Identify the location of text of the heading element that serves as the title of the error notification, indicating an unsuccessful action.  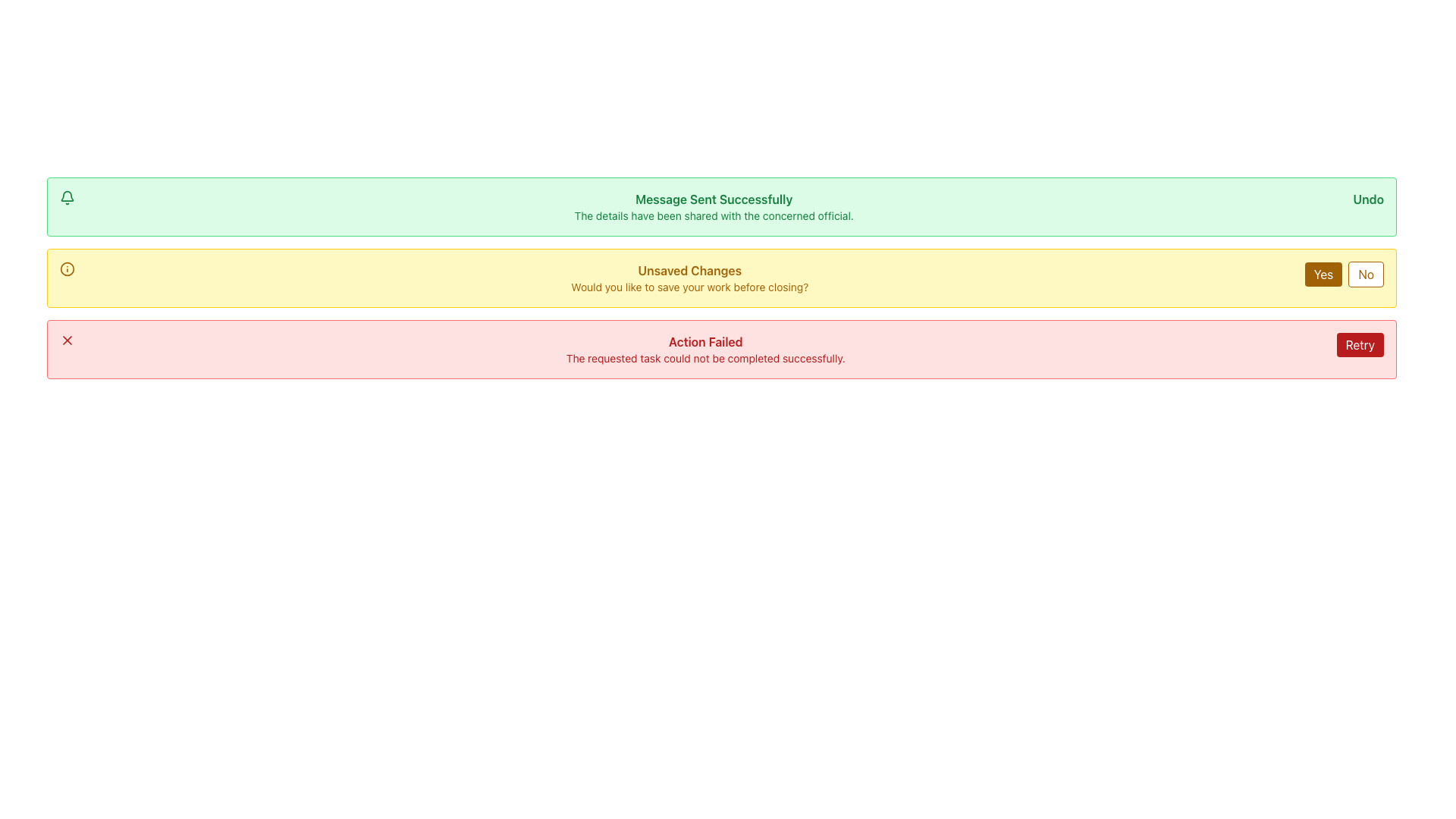
(704, 342).